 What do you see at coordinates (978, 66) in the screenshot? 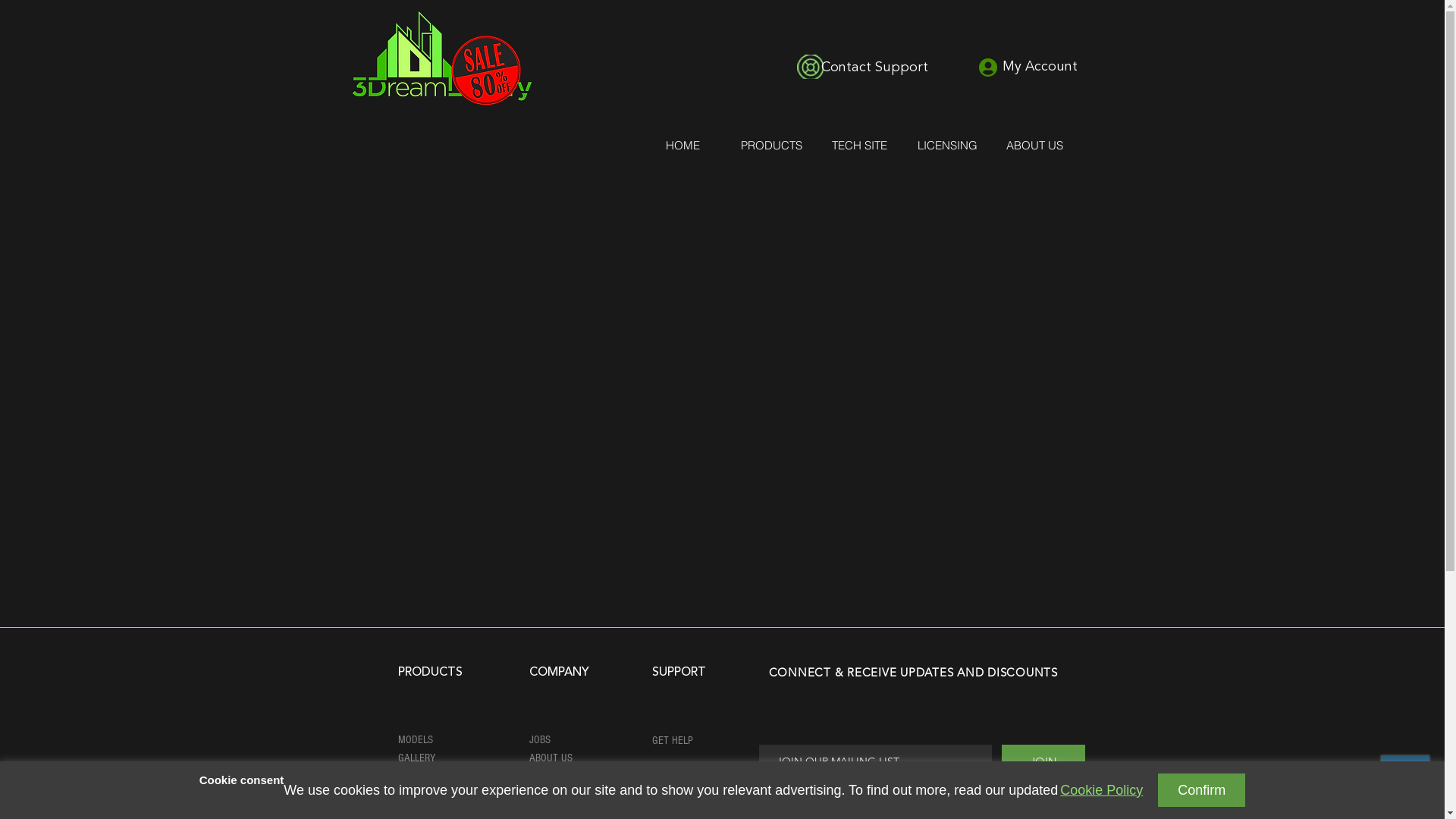
I see `'My Account'` at bounding box center [978, 66].